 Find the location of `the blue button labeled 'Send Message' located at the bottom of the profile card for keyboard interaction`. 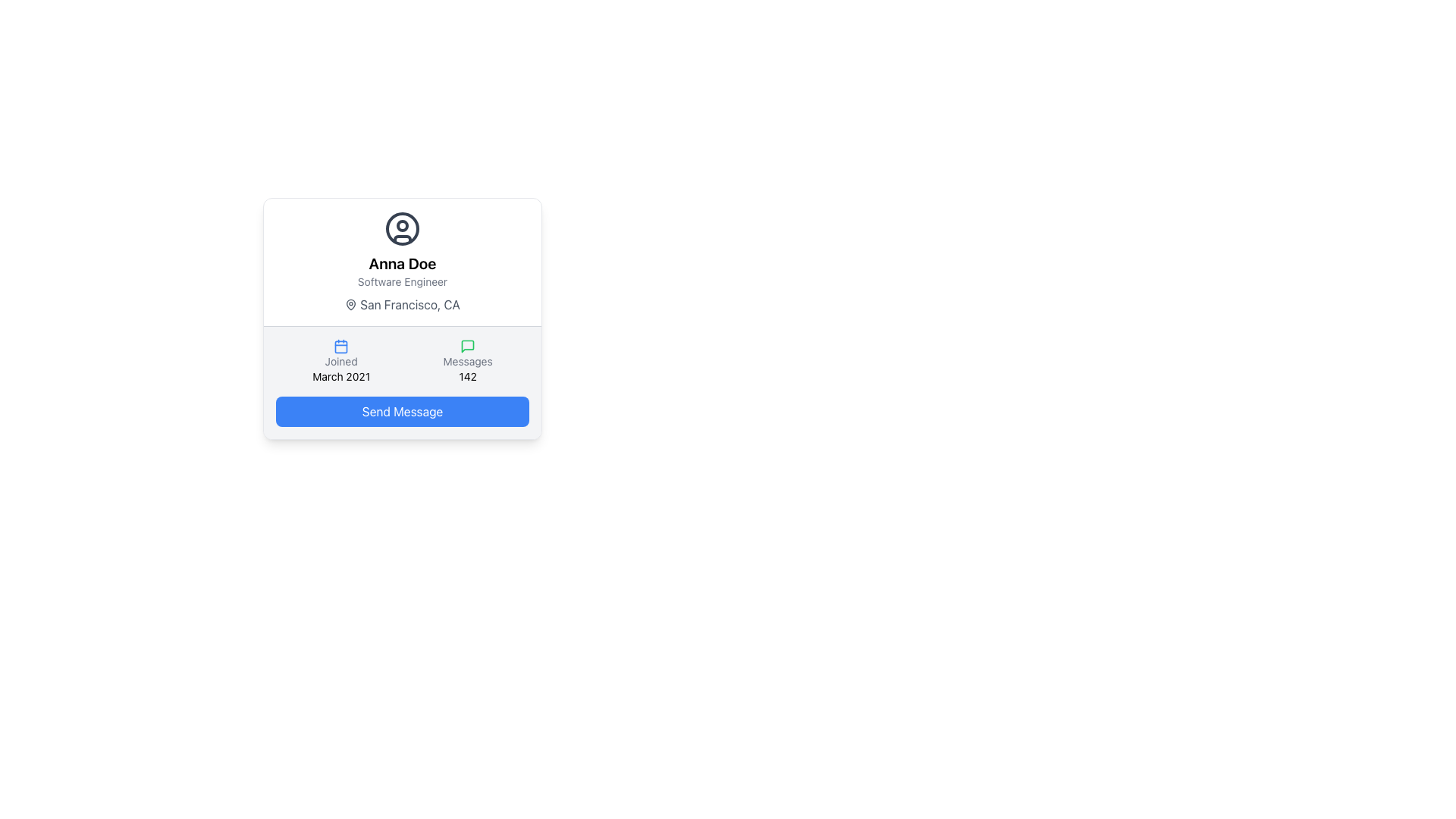

the blue button labeled 'Send Message' located at the bottom of the profile card for keyboard interaction is located at coordinates (403, 412).